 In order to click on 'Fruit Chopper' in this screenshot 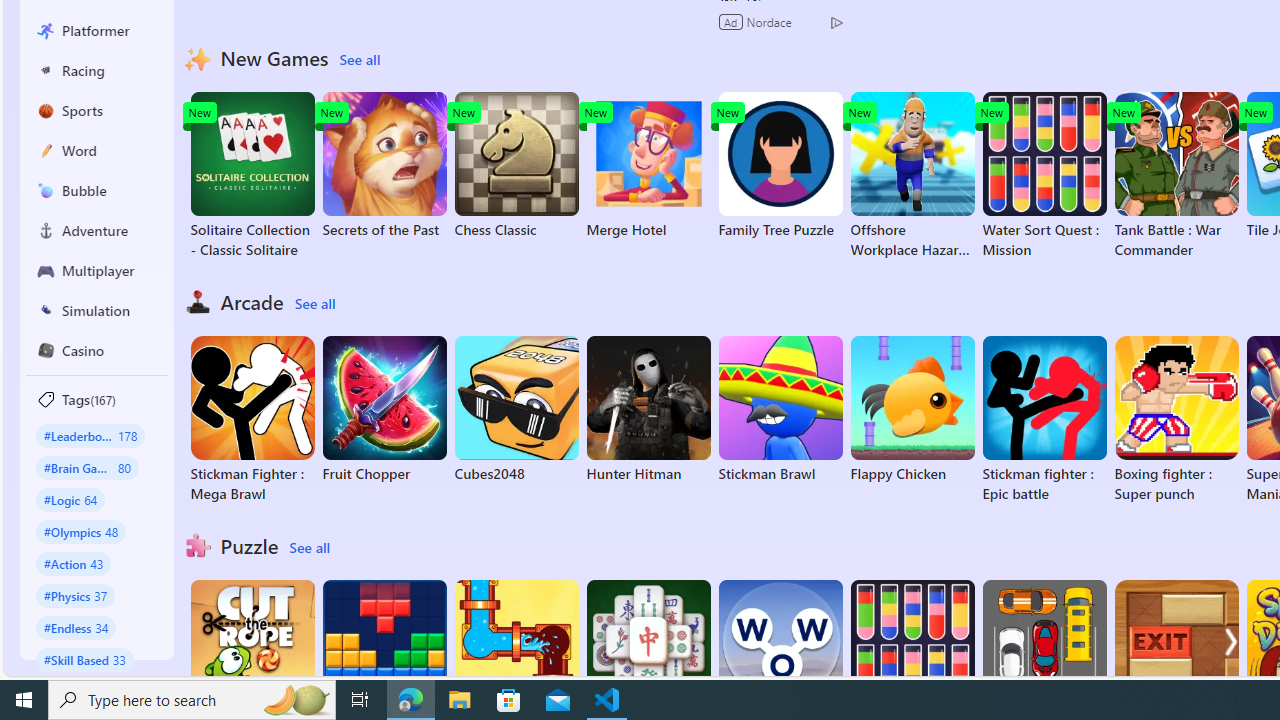, I will do `click(384, 409)`.